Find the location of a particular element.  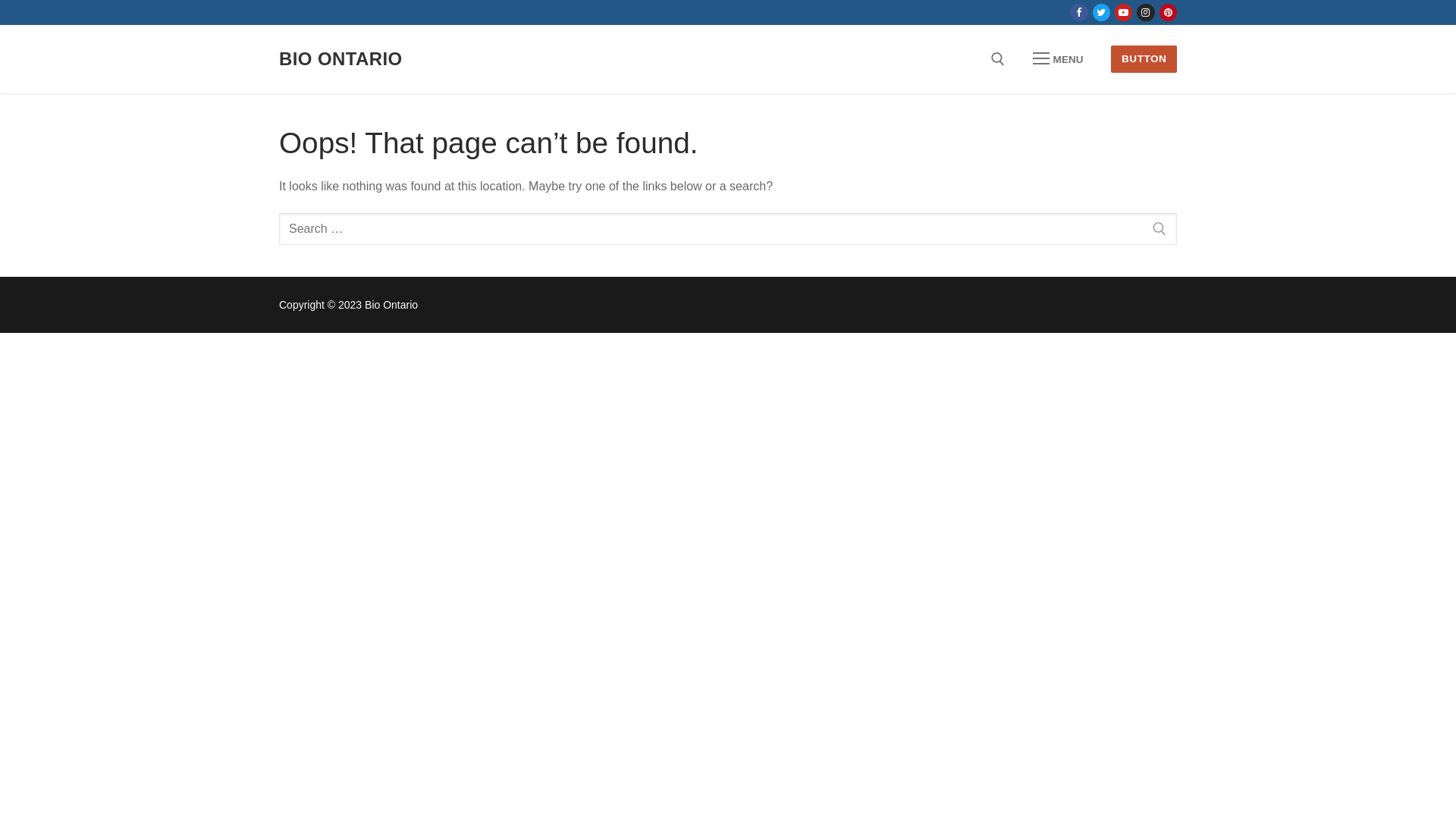

'Instagram' is located at coordinates (1145, 12).